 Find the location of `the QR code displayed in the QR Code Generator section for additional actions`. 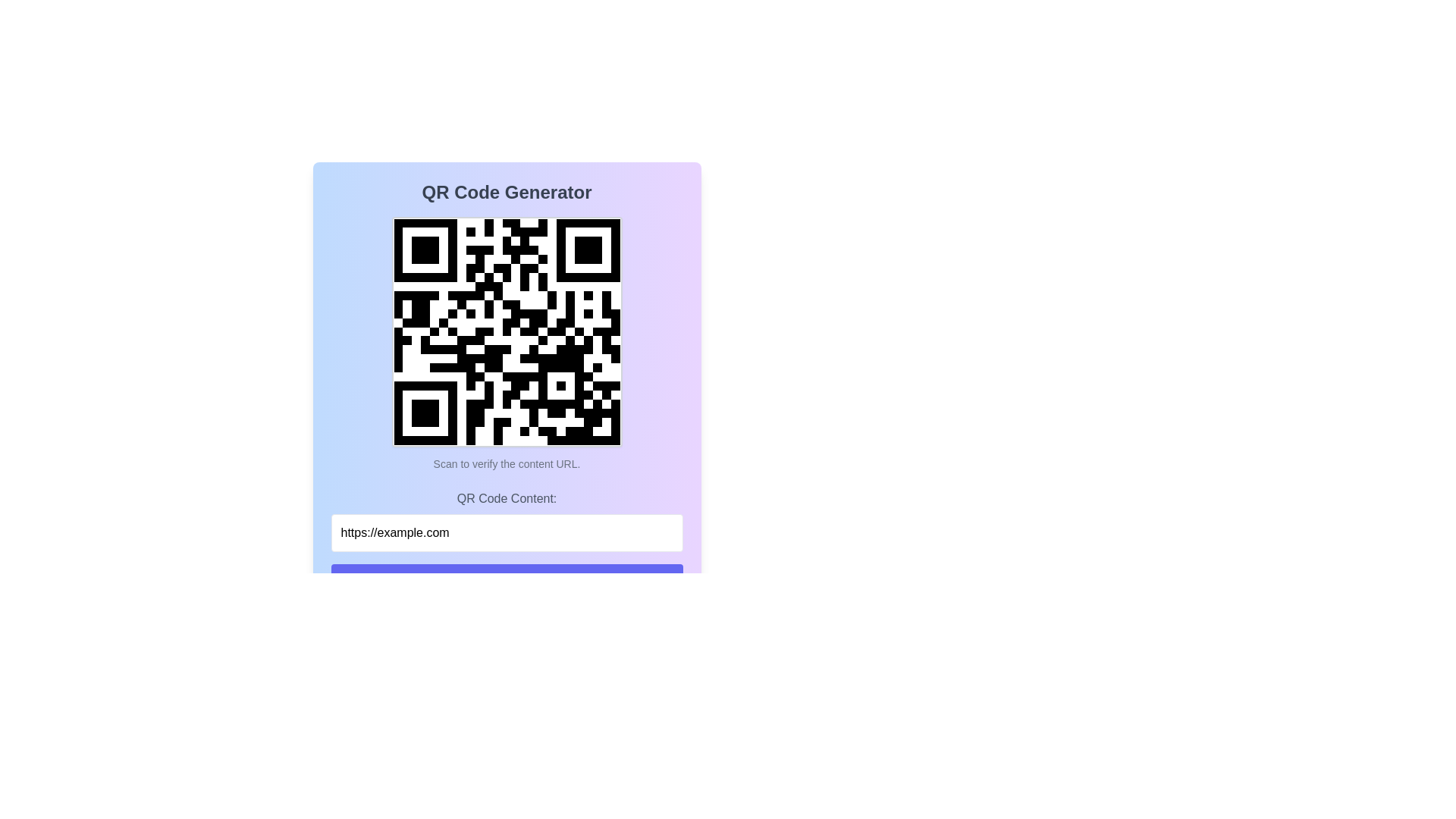

the QR code displayed in the QR Code Generator section for additional actions is located at coordinates (507, 344).